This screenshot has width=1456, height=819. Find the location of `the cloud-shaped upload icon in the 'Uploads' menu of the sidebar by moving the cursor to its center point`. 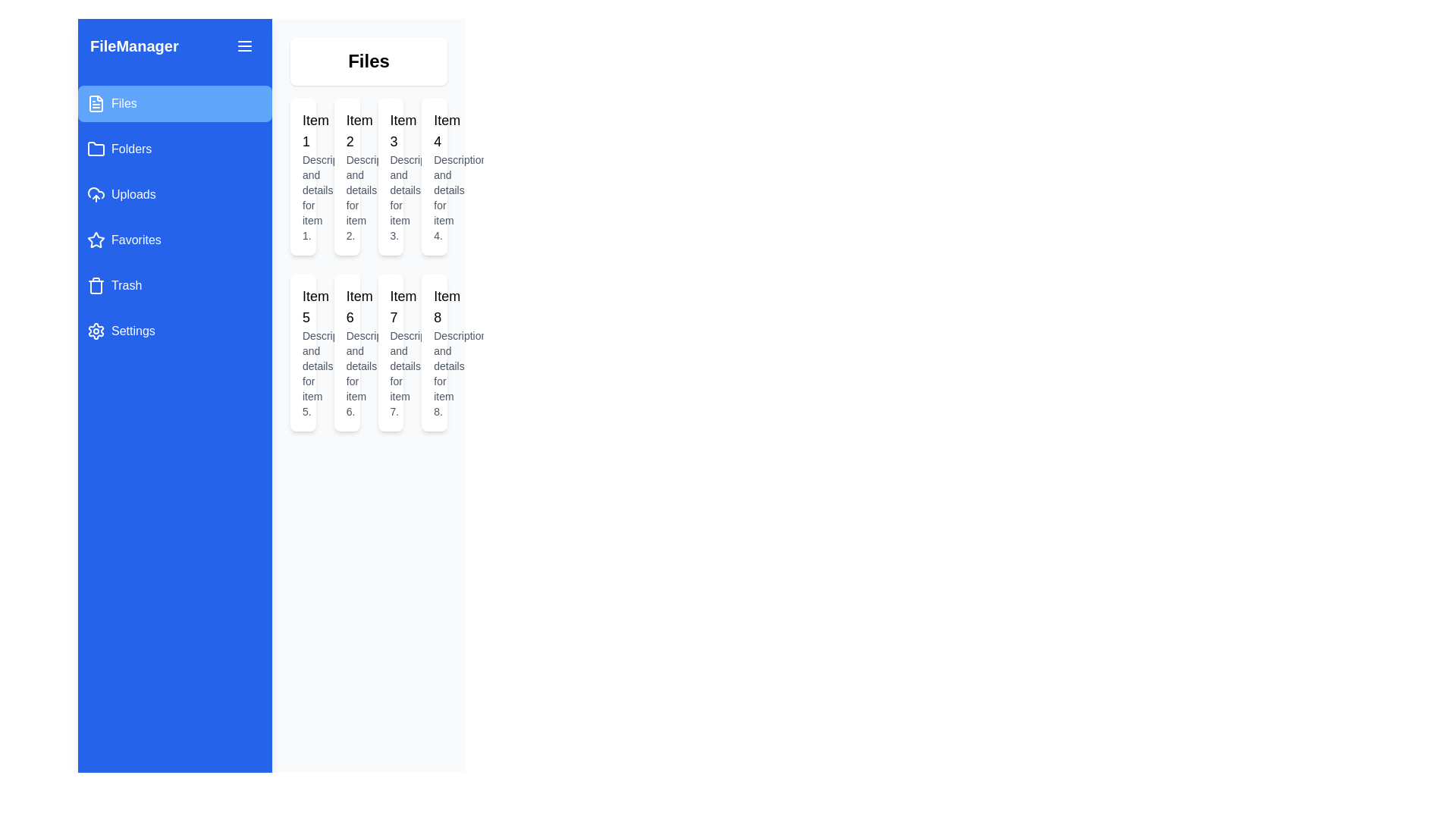

the cloud-shaped upload icon in the 'Uploads' menu of the sidebar by moving the cursor to its center point is located at coordinates (95, 194).